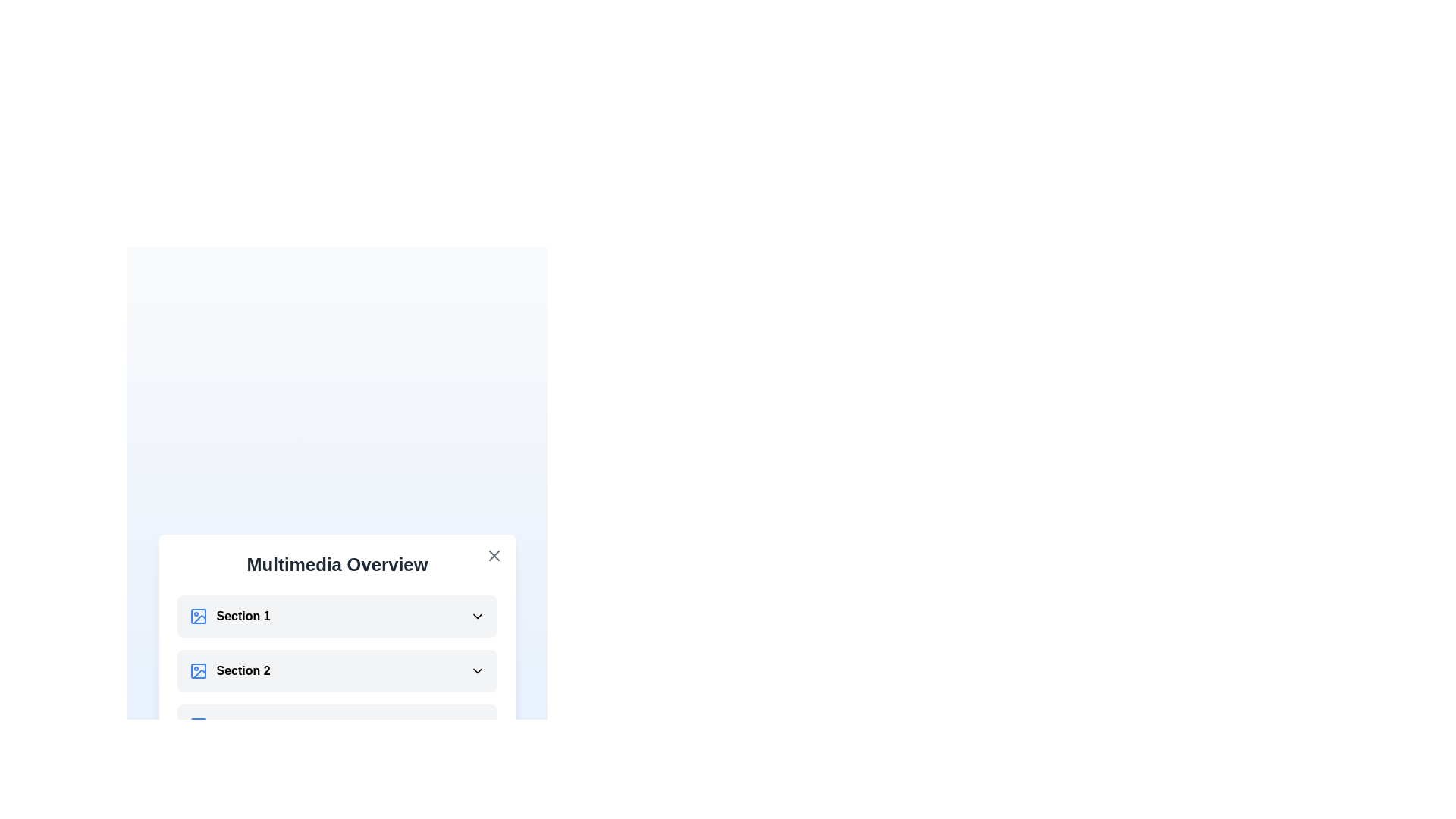 The image size is (1456, 819). Describe the element at coordinates (494, 555) in the screenshot. I see `the close button styled as a small 'X' icon located at the top-right corner of the 'Multimedia Overview' modal` at that location.